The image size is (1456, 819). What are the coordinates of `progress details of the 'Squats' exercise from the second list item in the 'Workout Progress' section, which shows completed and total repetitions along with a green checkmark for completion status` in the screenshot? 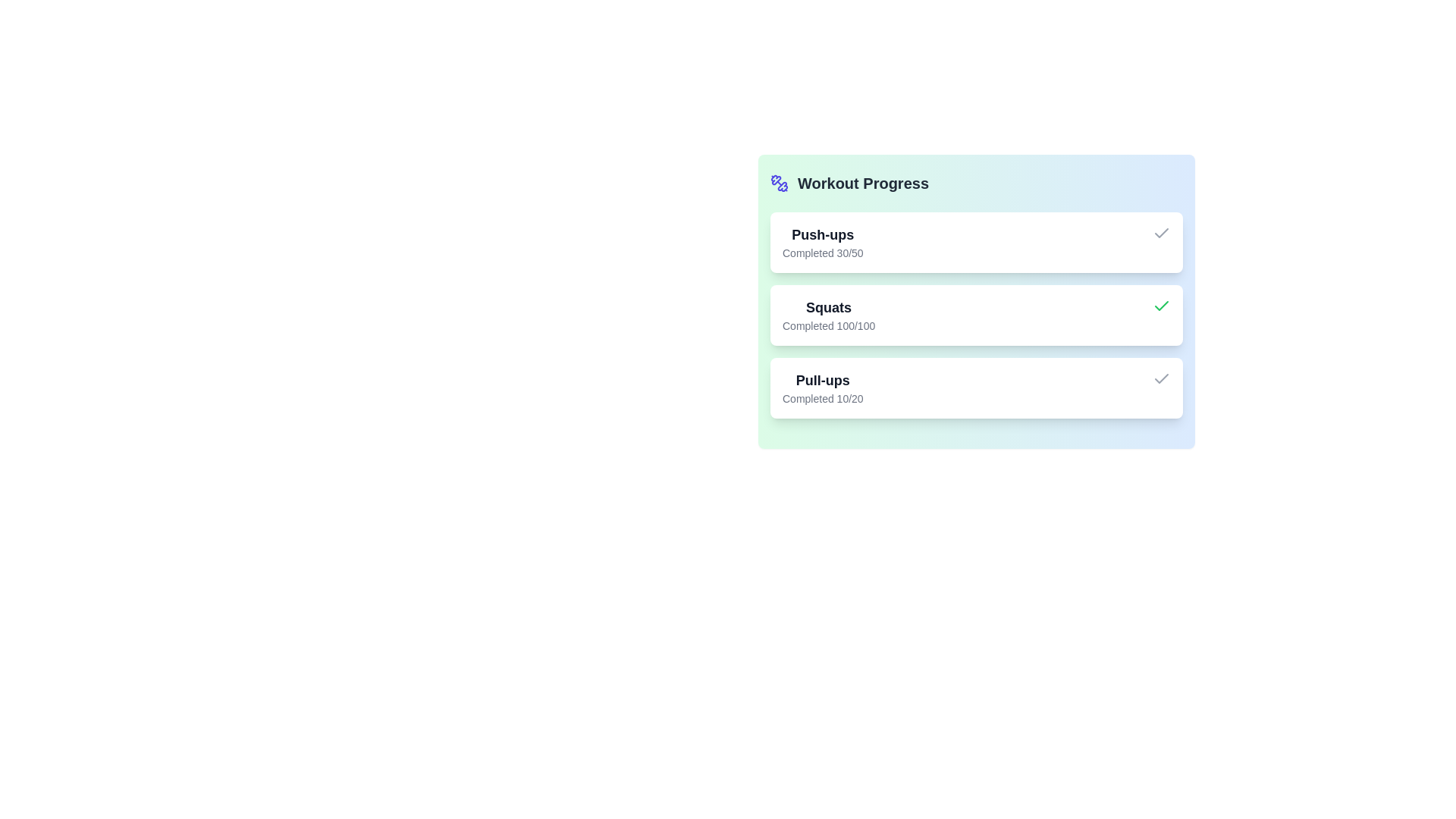 It's located at (976, 315).